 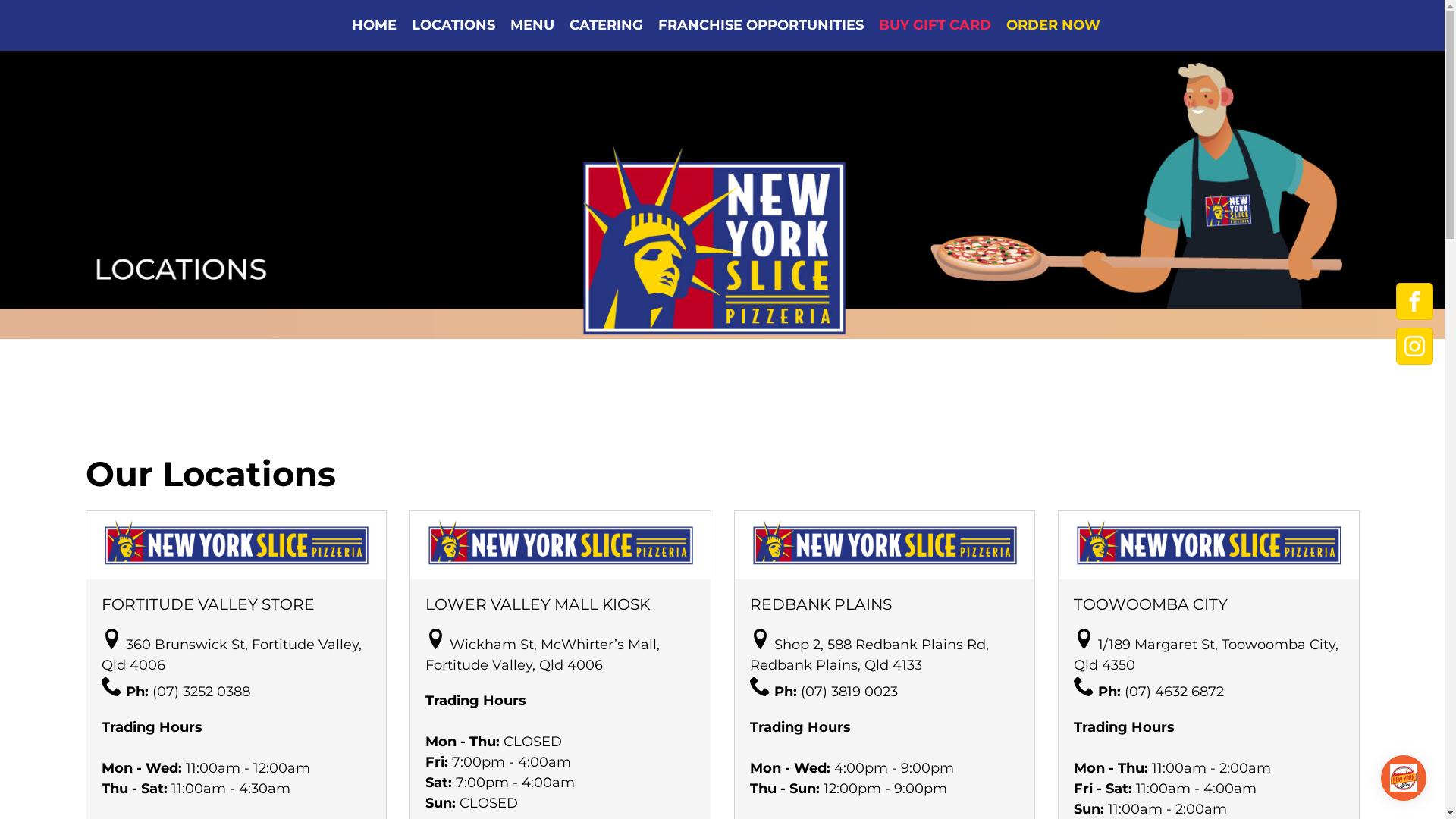 I want to click on '(07) 3252 0388', so click(x=199, y=691).